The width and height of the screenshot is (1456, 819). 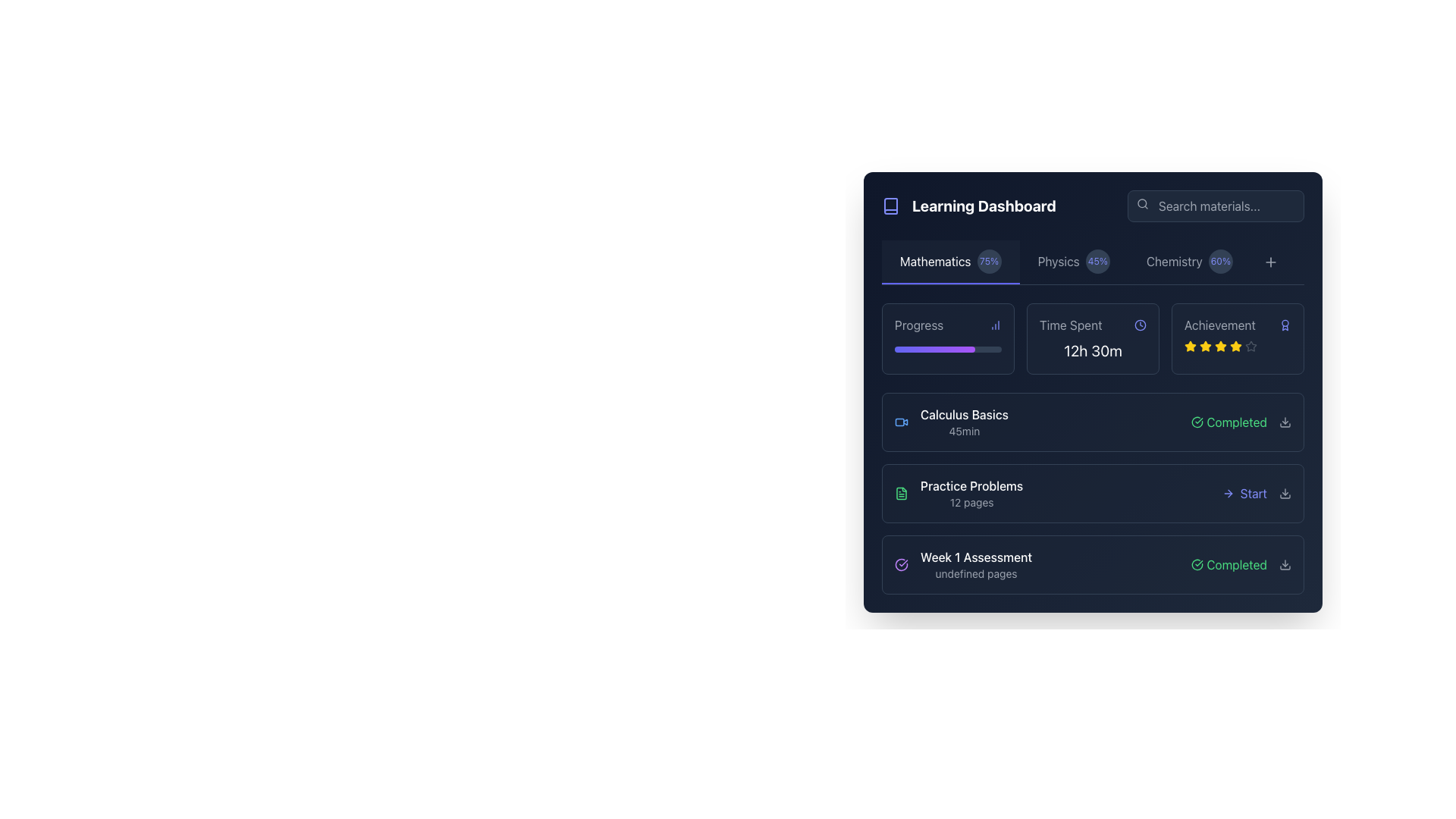 What do you see at coordinates (1230, 494) in the screenshot?
I see `the arrowhead component of the rightward arrow icon located in the bottom-right section of the interface` at bounding box center [1230, 494].